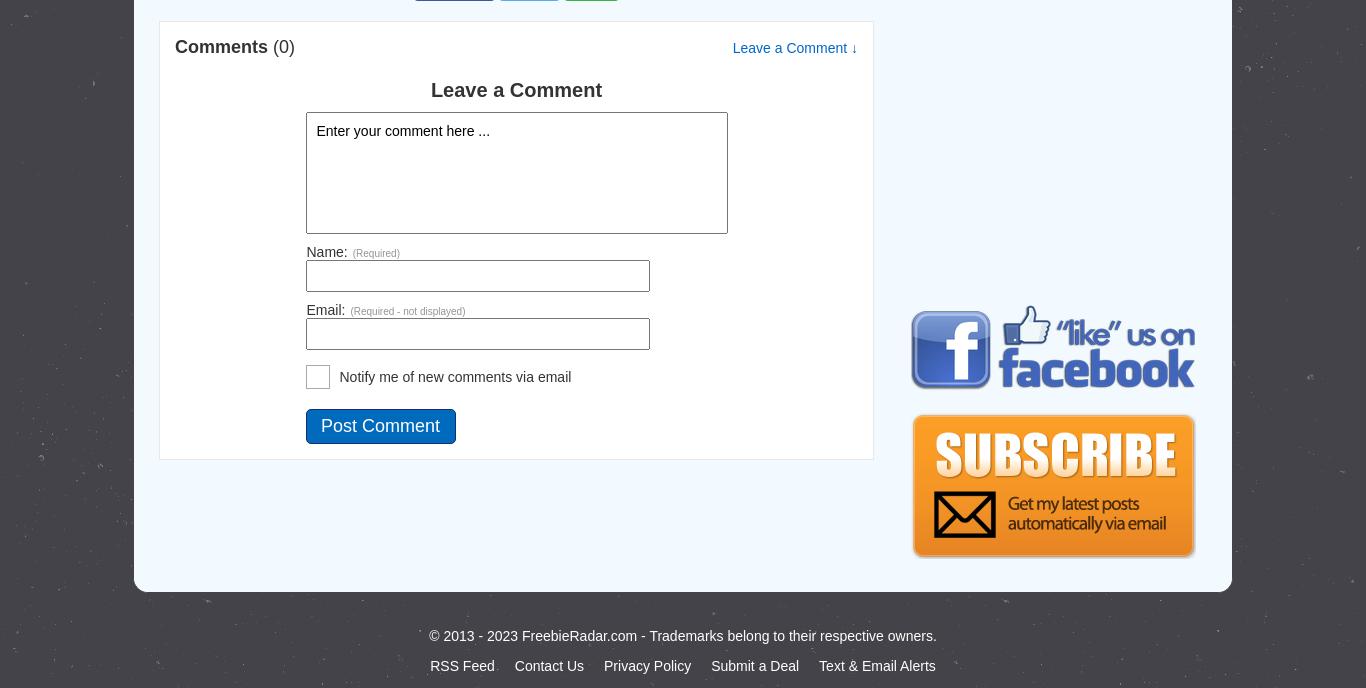  What do you see at coordinates (428, 635) in the screenshot?
I see `'© 2013 - 2023 FreebieRadar.com - Trademarks belong to their respective owners.'` at bounding box center [428, 635].